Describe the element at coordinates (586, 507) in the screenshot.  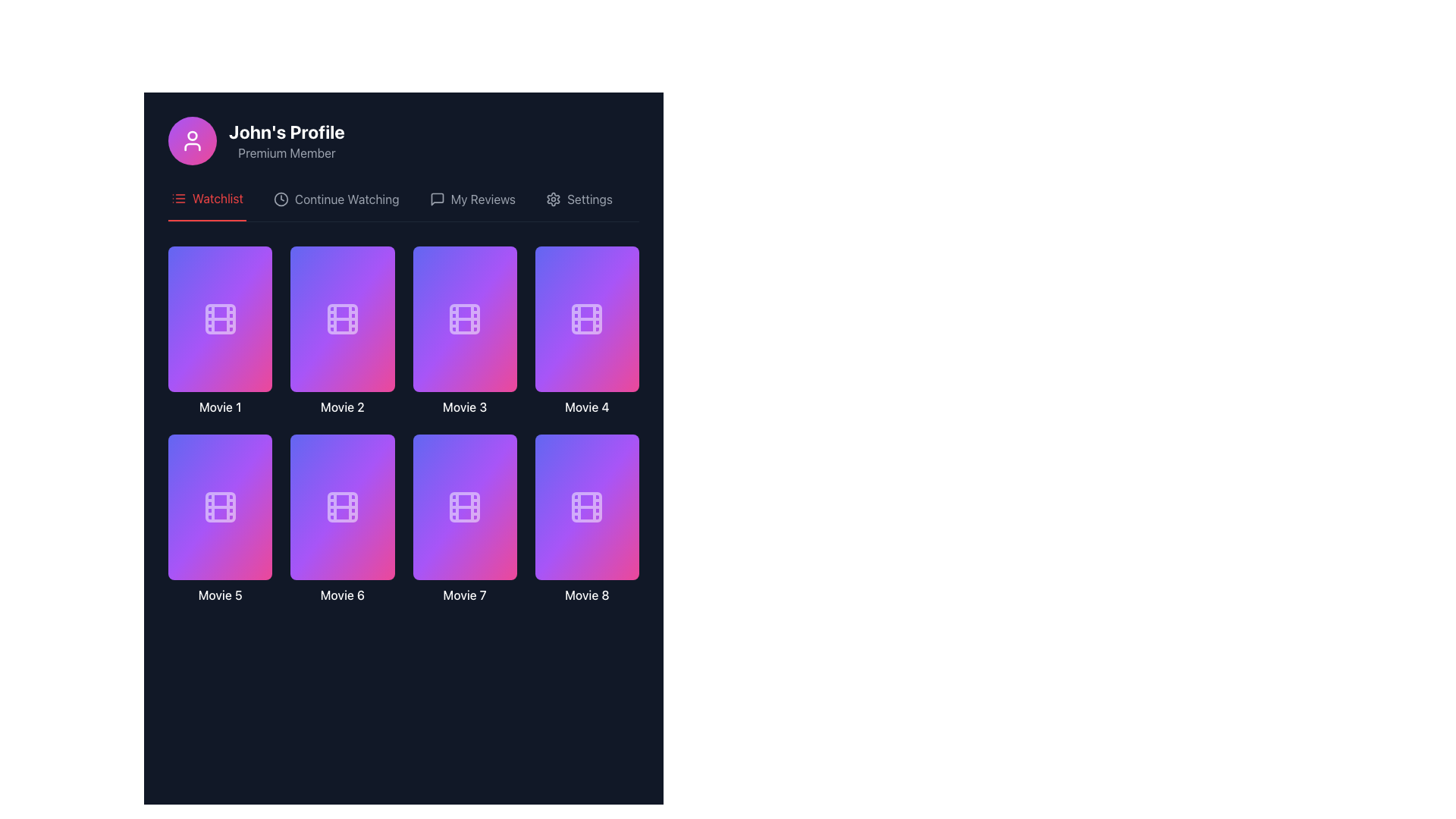
I see `the movie icon located in the bottom-right tile of the movie selection area` at that location.